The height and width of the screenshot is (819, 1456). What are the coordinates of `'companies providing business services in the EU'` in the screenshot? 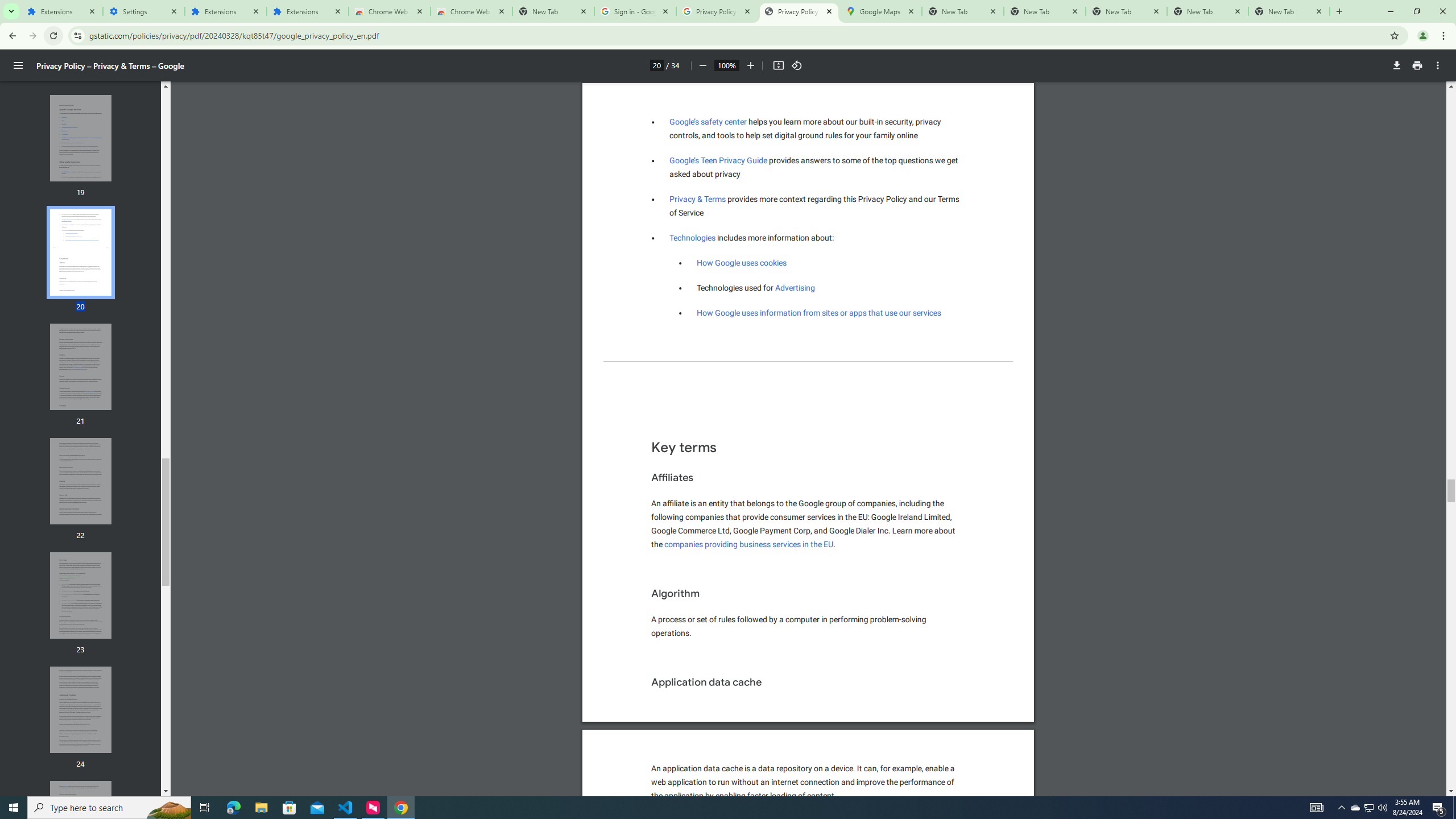 It's located at (748, 544).